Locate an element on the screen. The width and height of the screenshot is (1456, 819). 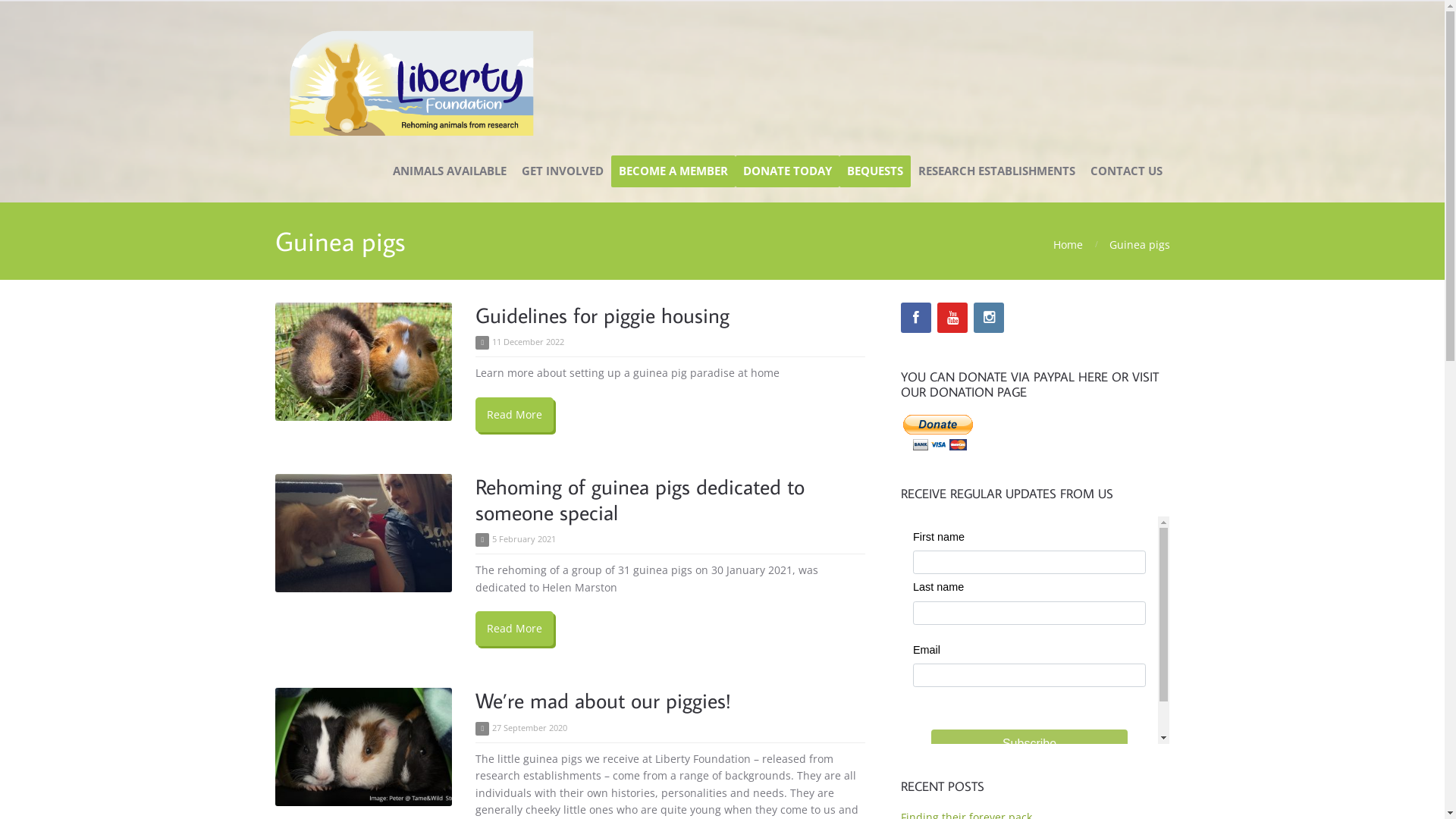
'YouTube' is located at coordinates (952, 317).